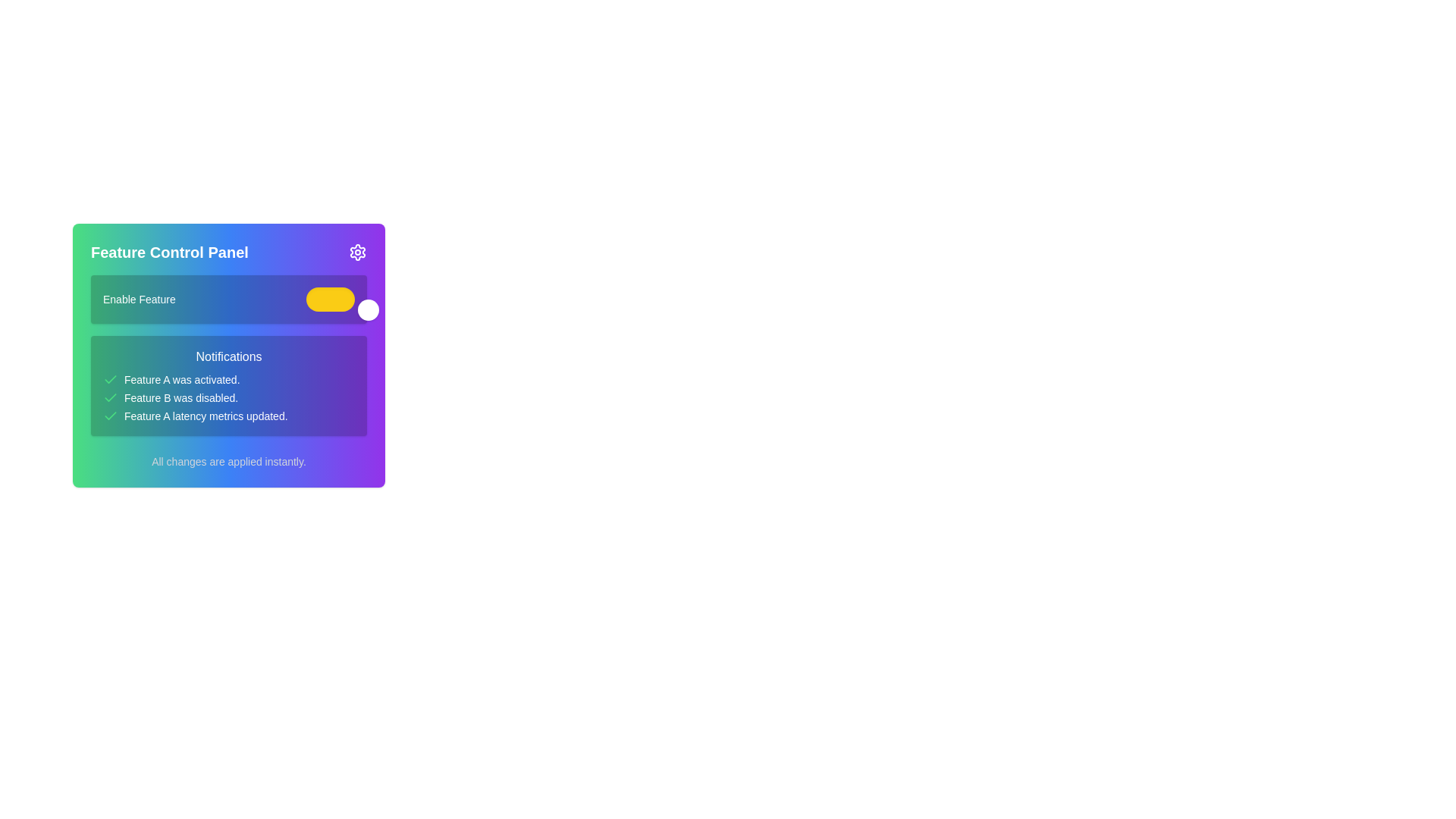 This screenshot has height=819, width=1456. I want to click on the notification text element that informs users about the completion of an update for Feature A's latency metrics, located in the Notifications section of the control panel, so click(228, 416).